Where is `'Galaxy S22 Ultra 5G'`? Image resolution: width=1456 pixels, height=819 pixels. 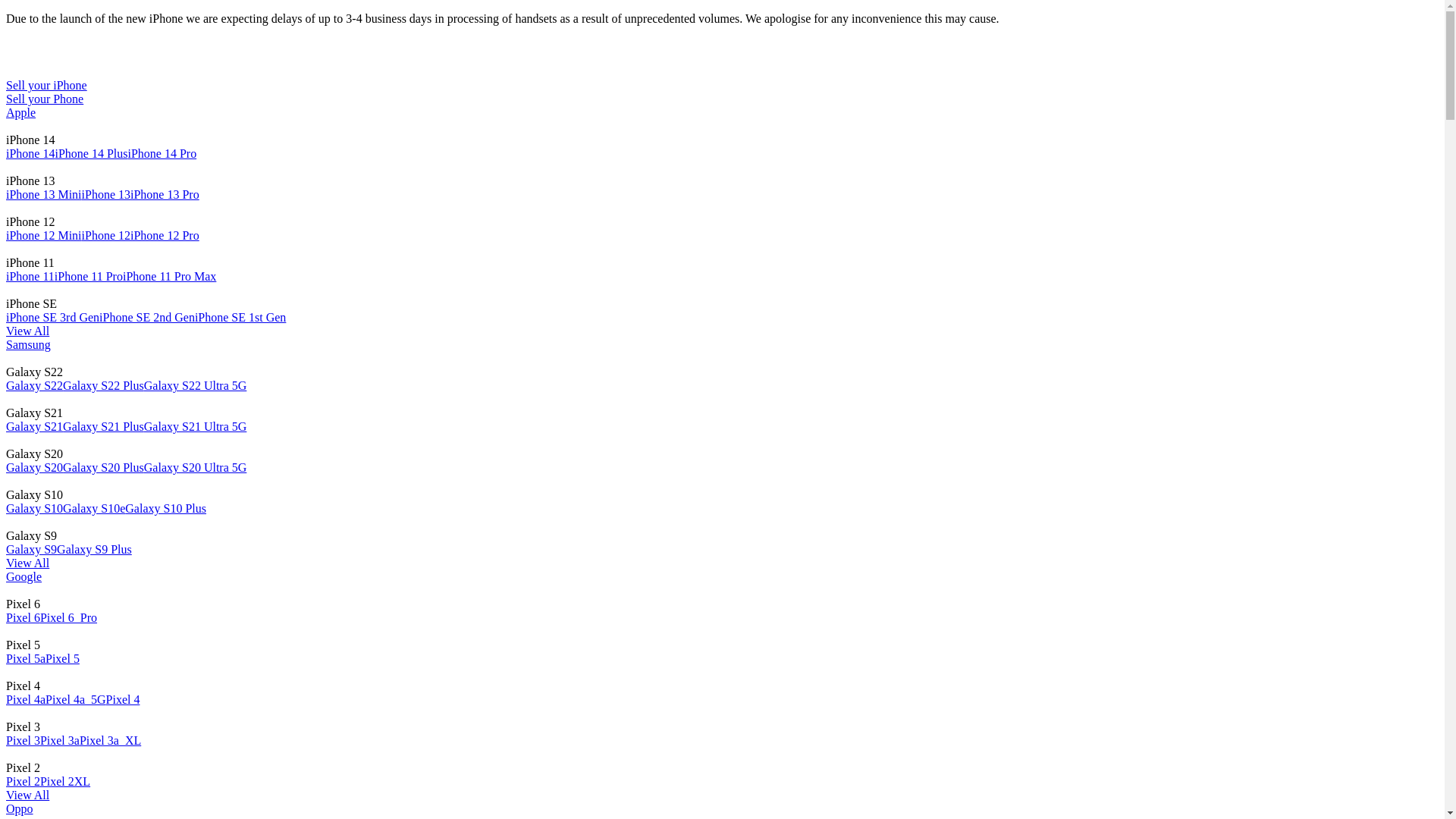 'Galaxy S22 Ultra 5G' is located at coordinates (195, 384).